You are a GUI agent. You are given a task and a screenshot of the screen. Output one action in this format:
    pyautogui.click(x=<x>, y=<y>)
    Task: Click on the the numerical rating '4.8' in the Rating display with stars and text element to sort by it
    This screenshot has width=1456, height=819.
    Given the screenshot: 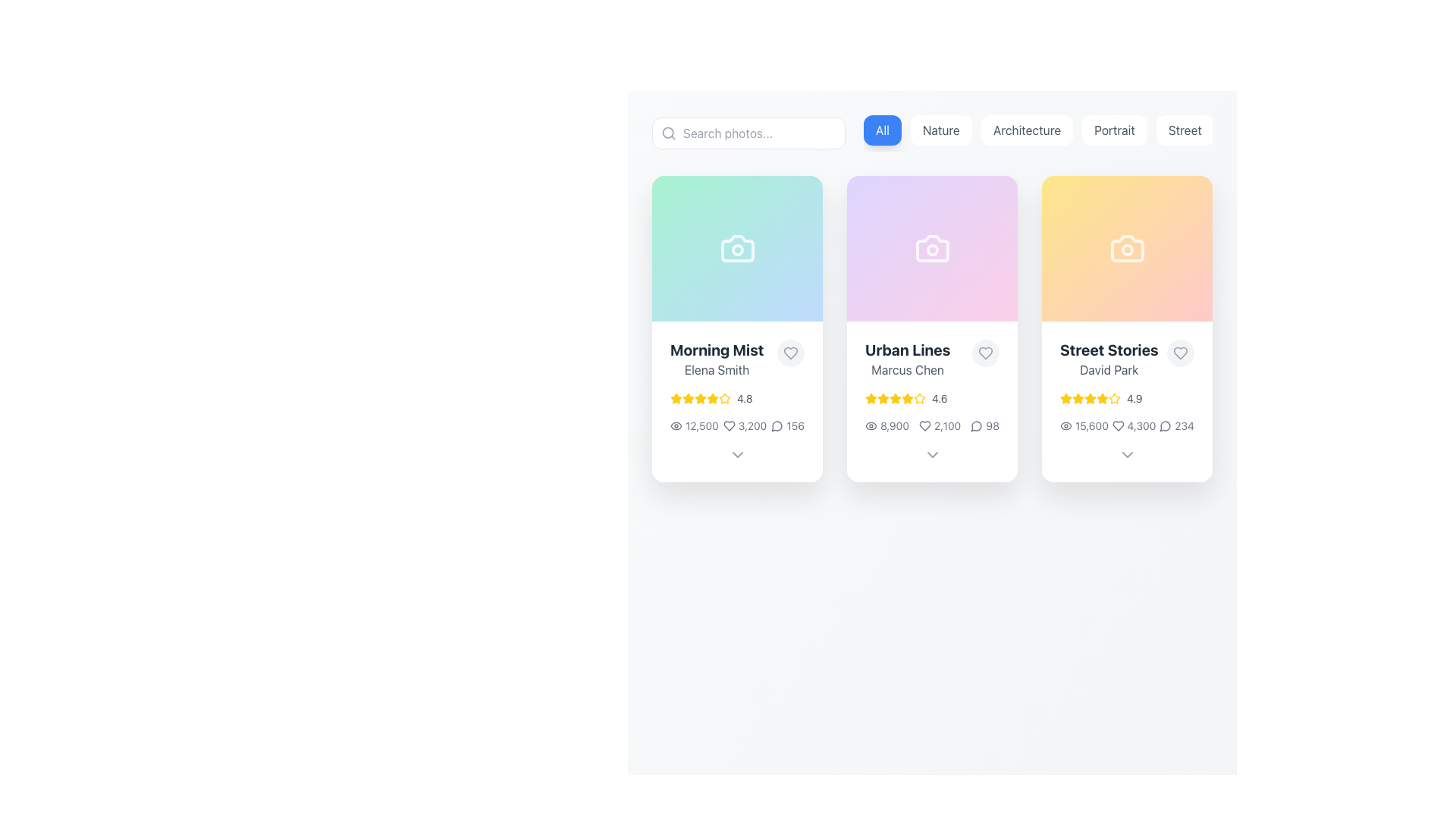 What is the action you would take?
    pyautogui.click(x=737, y=397)
    